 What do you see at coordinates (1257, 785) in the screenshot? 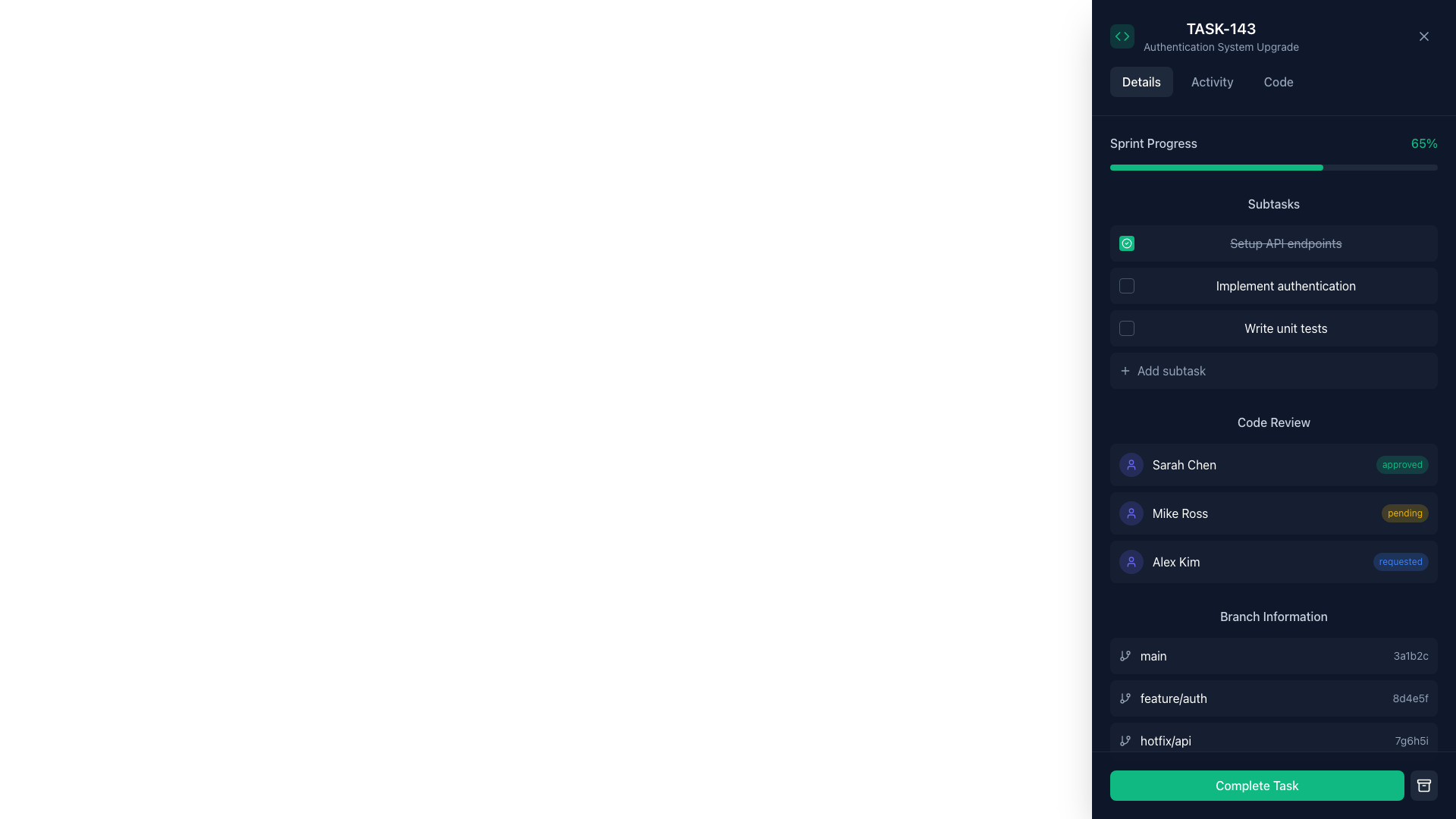
I see `the button at the bottom left of the task details section to mark the task as complete` at bounding box center [1257, 785].